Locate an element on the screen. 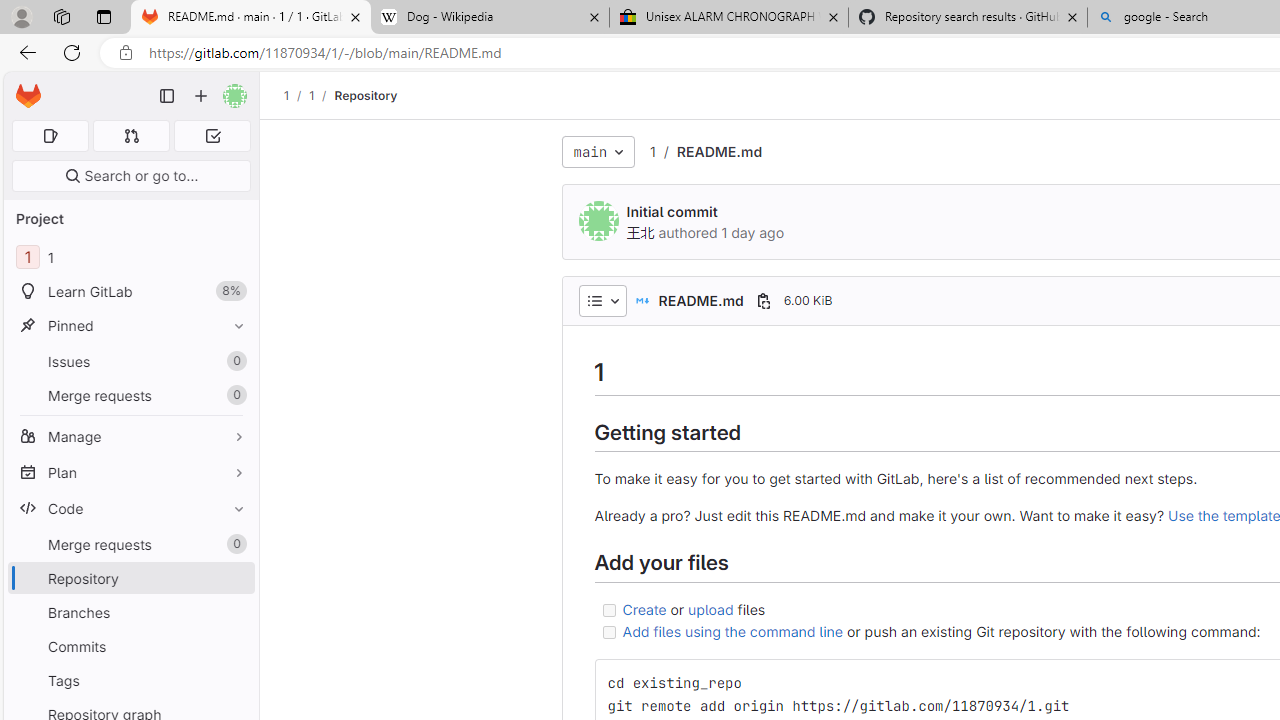  'AutomationID: dropdown-toggle-btn-52' is located at coordinates (601, 300).